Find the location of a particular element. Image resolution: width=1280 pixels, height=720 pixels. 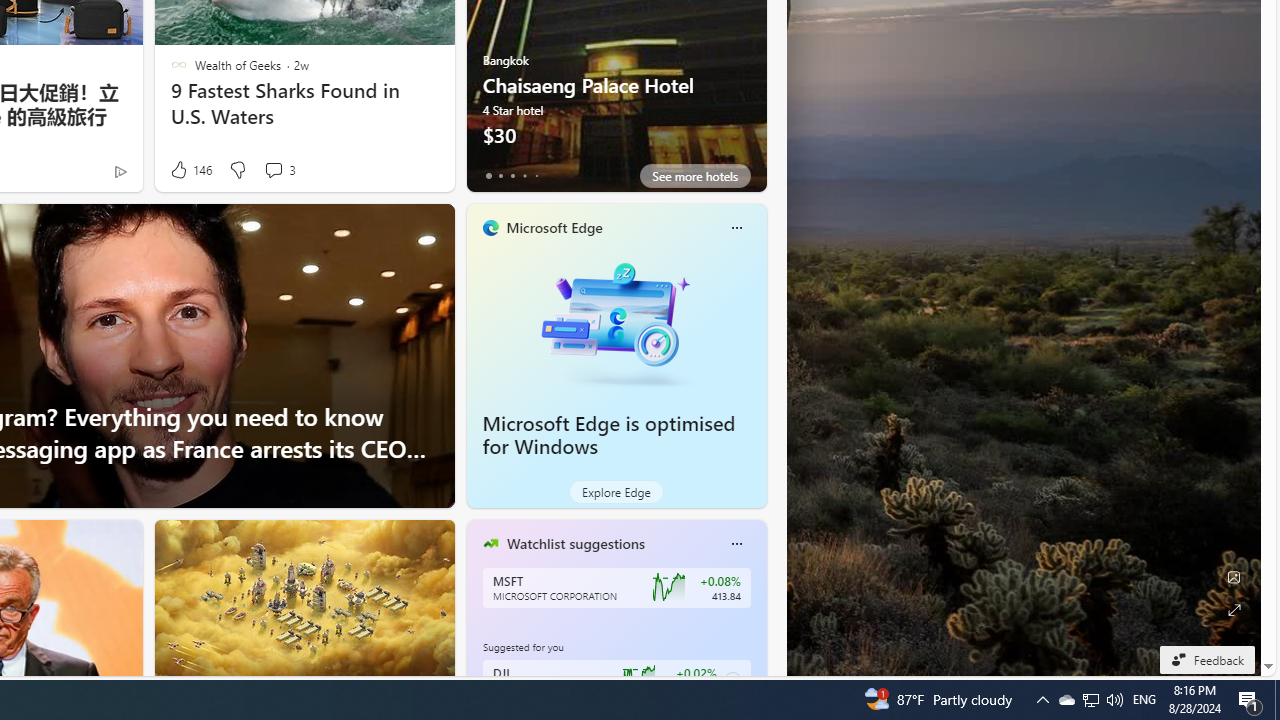

'tab-1' is located at coordinates (500, 175).